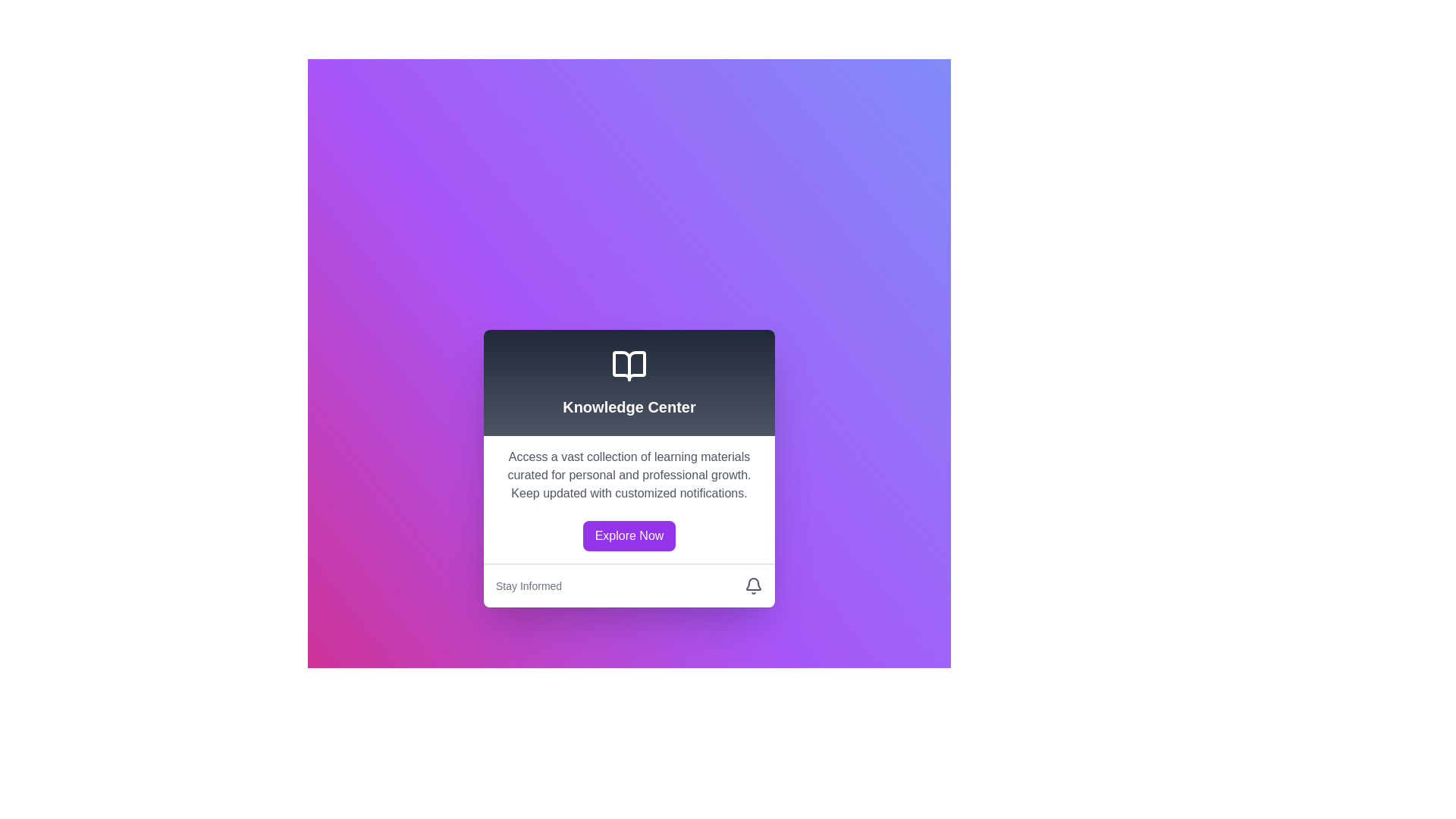 Image resolution: width=1456 pixels, height=819 pixels. What do you see at coordinates (629, 382) in the screenshot?
I see `the Header Section that features a gradient background and contains an open book icon above the text 'Knowledge Center'` at bounding box center [629, 382].